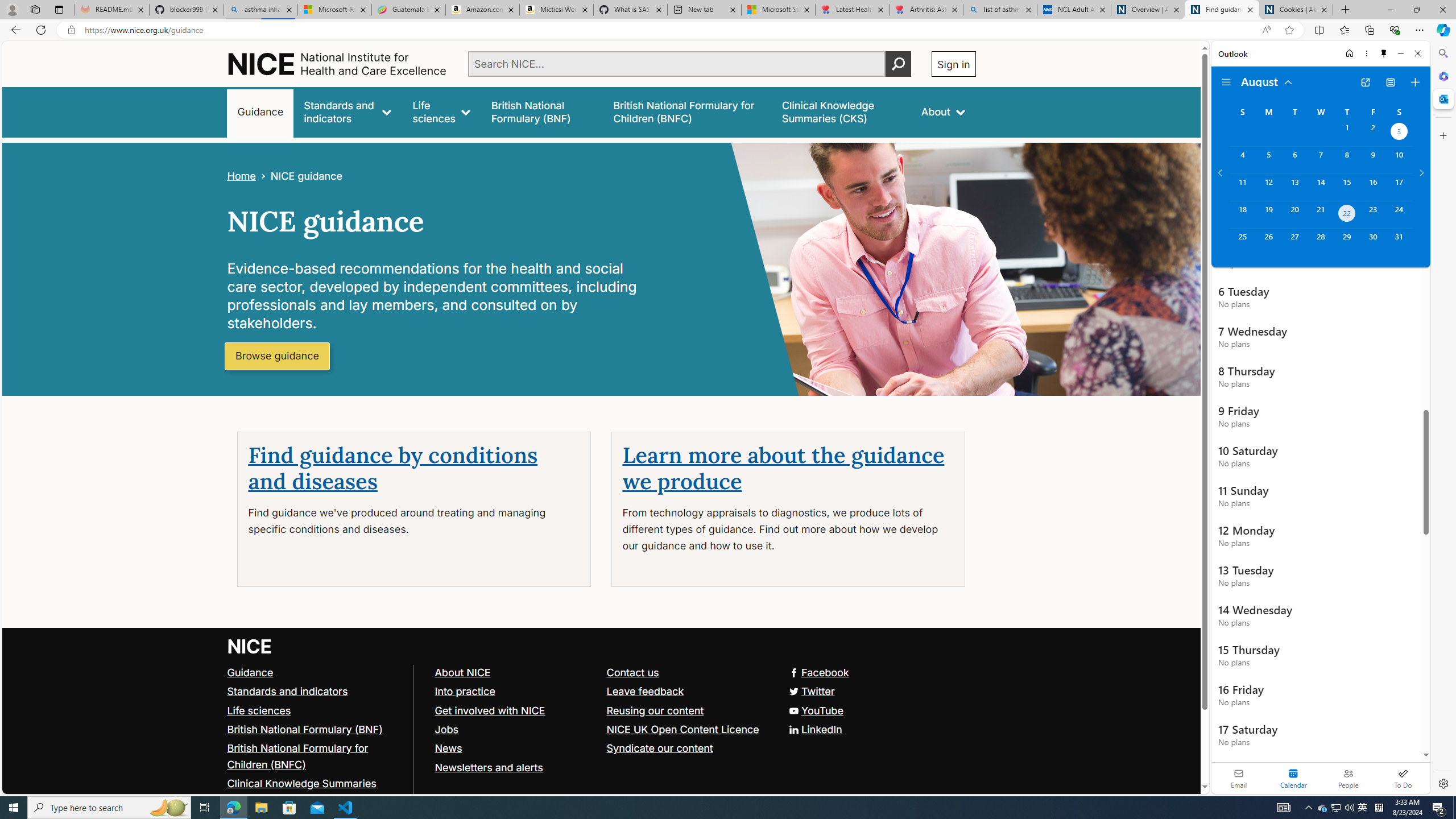 Image resolution: width=1456 pixels, height=819 pixels. I want to click on 'Tuesday, August 13, 2024. ', so click(1293, 187).